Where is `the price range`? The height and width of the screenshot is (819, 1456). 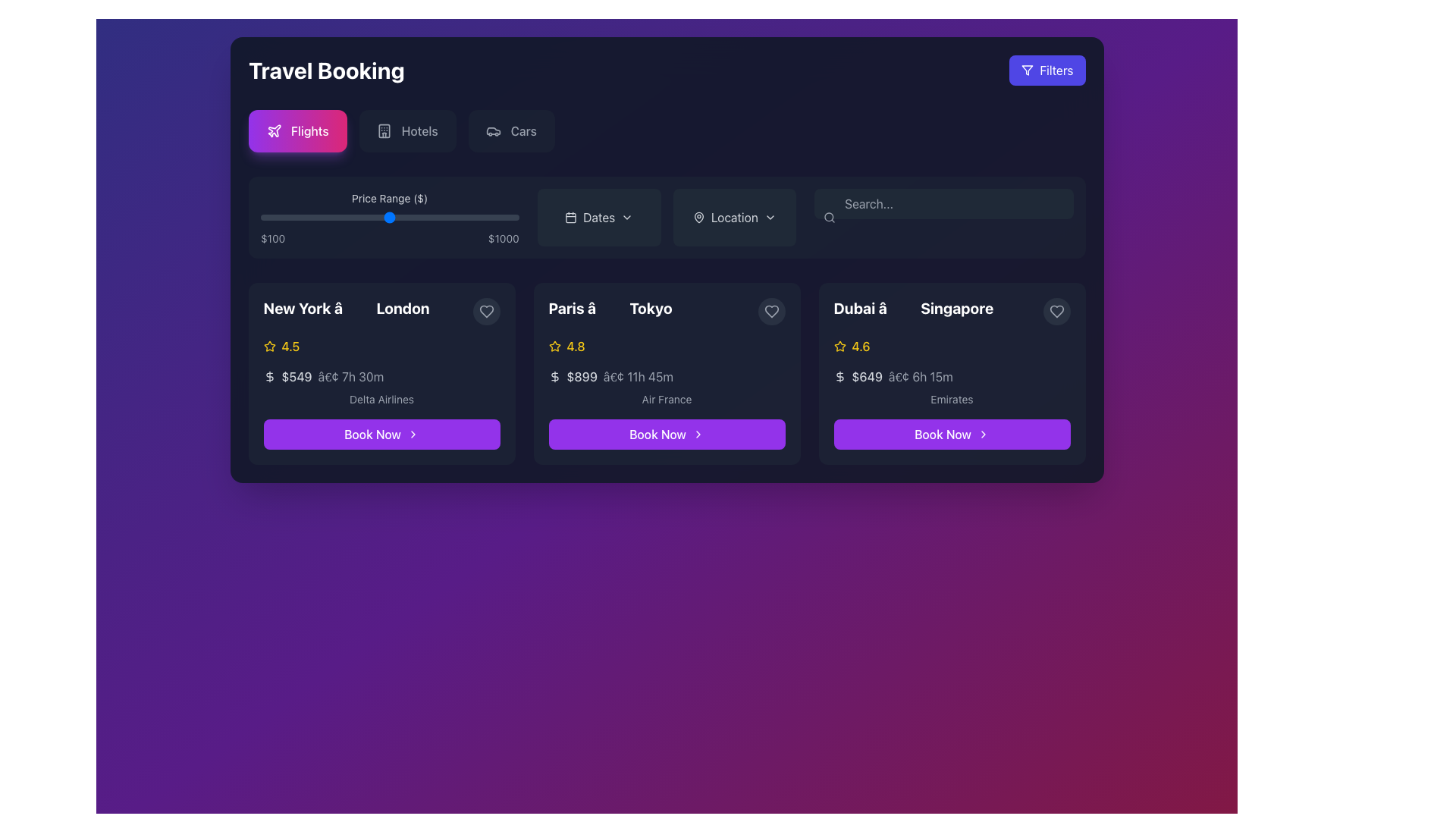
the price range is located at coordinates (374, 217).